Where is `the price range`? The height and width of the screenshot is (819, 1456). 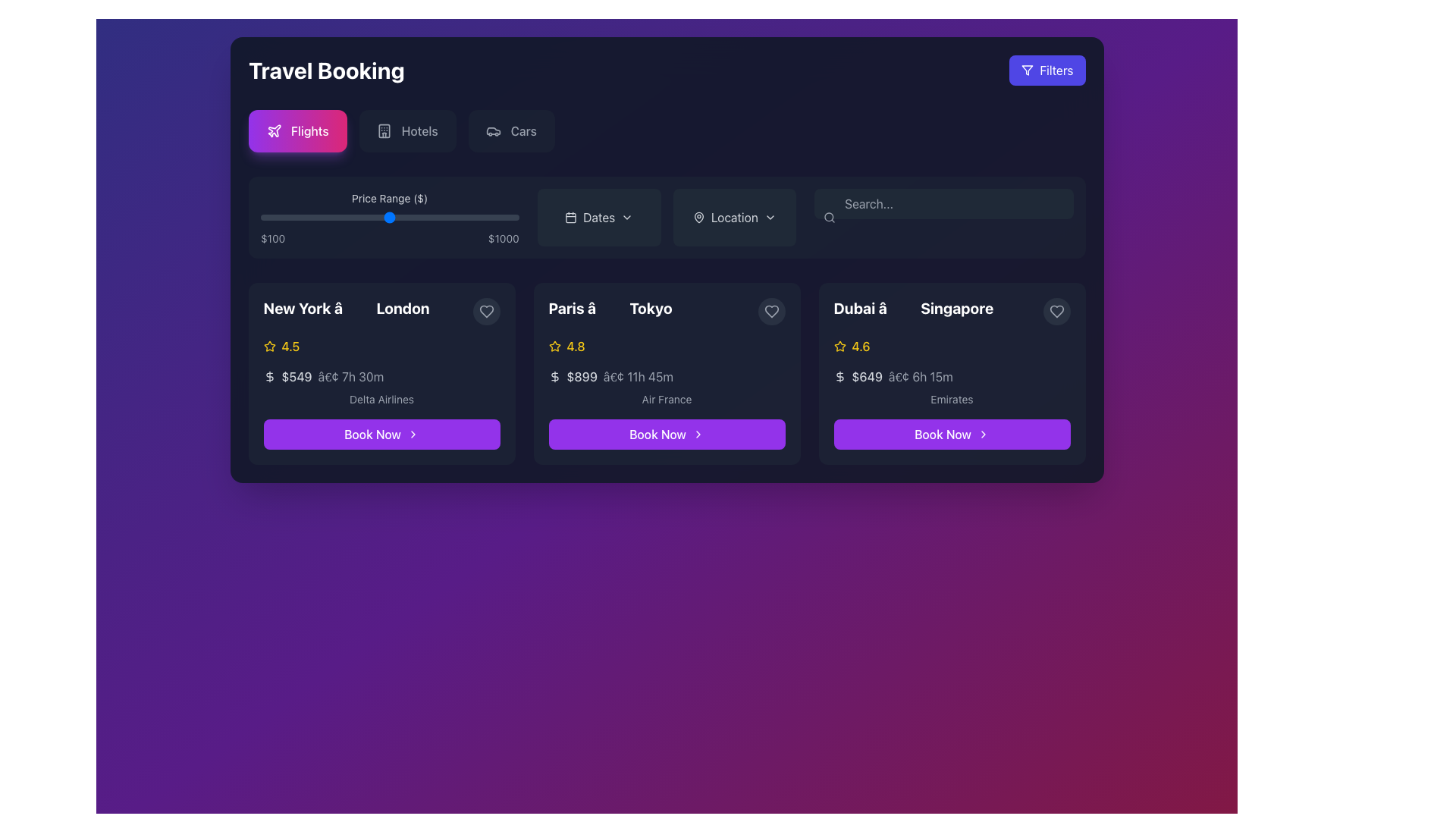
the price range is located at coordinates (374, 217).